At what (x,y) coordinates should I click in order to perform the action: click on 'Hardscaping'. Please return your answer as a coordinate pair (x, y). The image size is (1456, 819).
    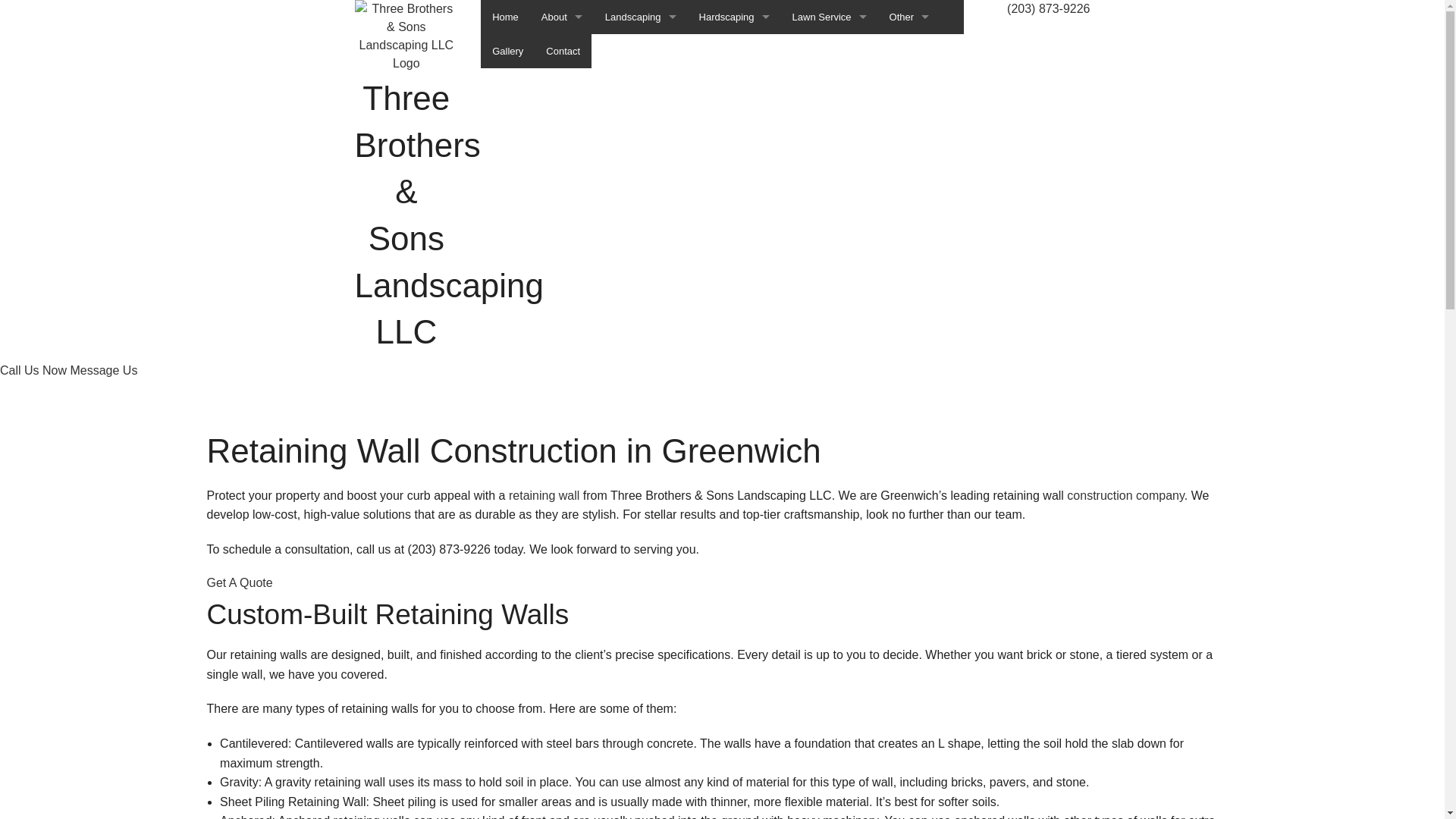
    Looking at the image, I should click on (734, 17).